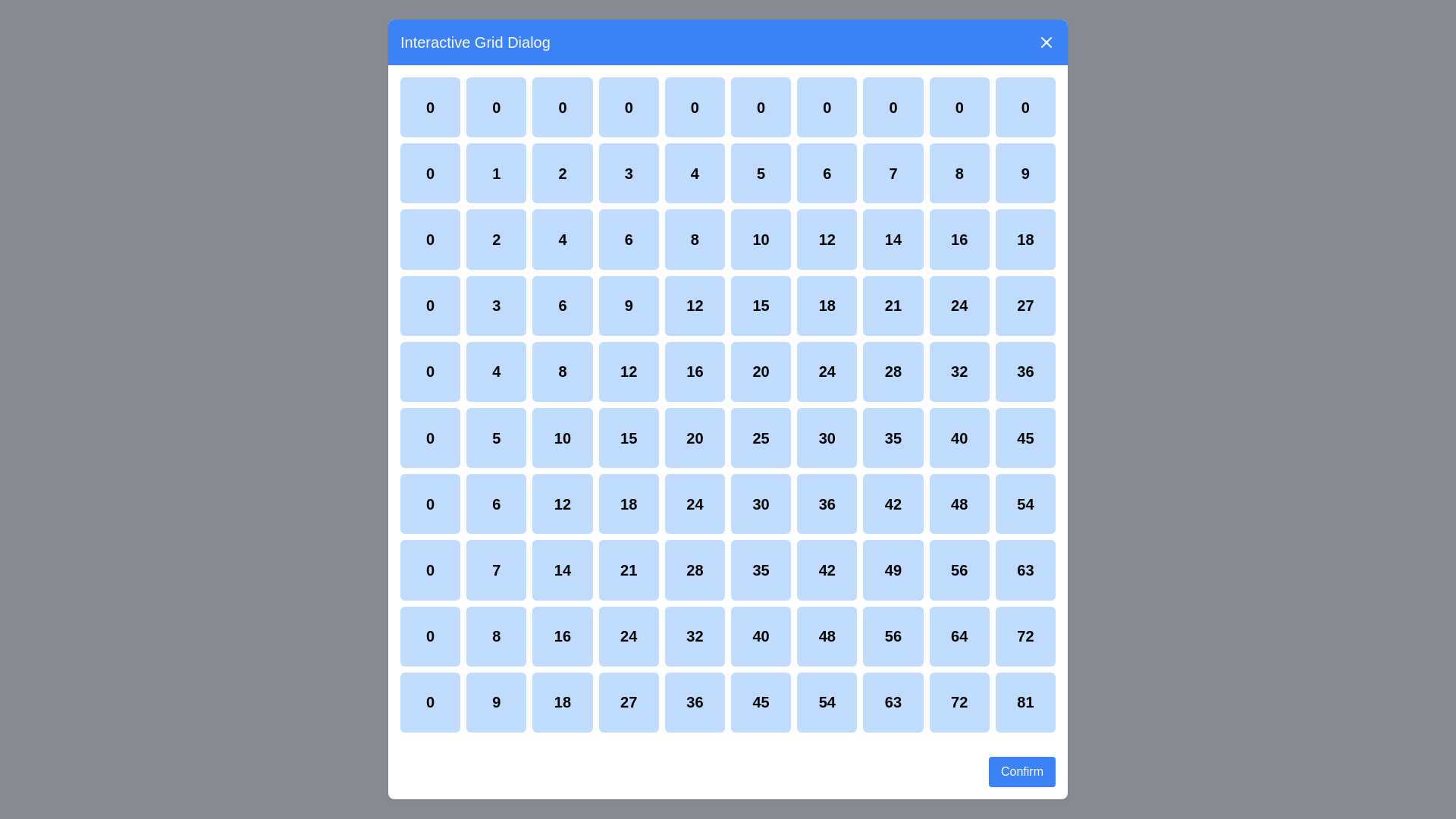 Image resolution: width=1456 pixels, height=819 pixels. What do you see at coordinates (1022, 772) in the screenshot?
I see `the 'Confirm' button to confirm the selection` at bounding box center [1022, 772].